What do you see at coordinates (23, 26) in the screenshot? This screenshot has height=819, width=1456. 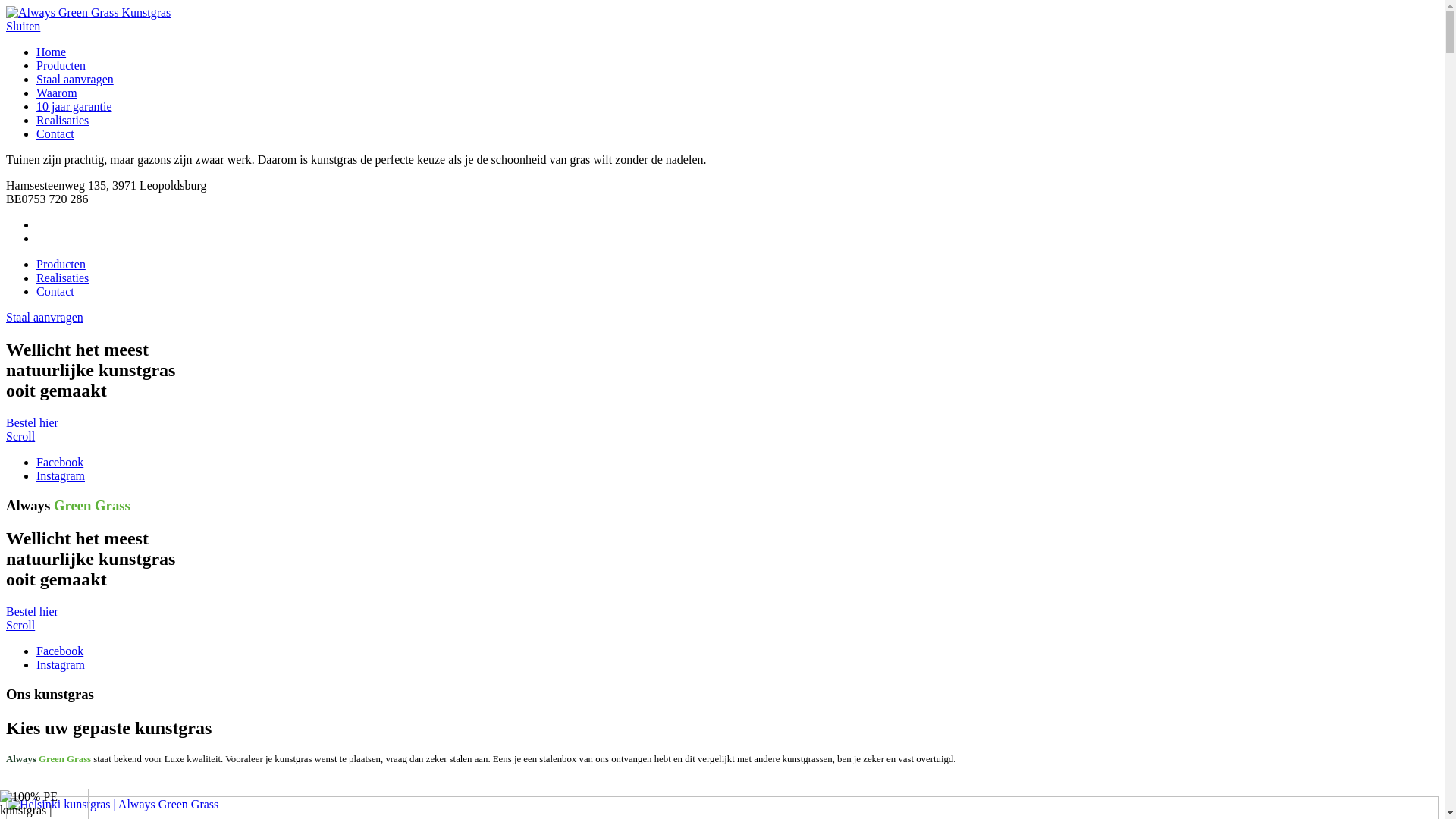 I see `'Sluiten'` at bounding box center [23, 26].